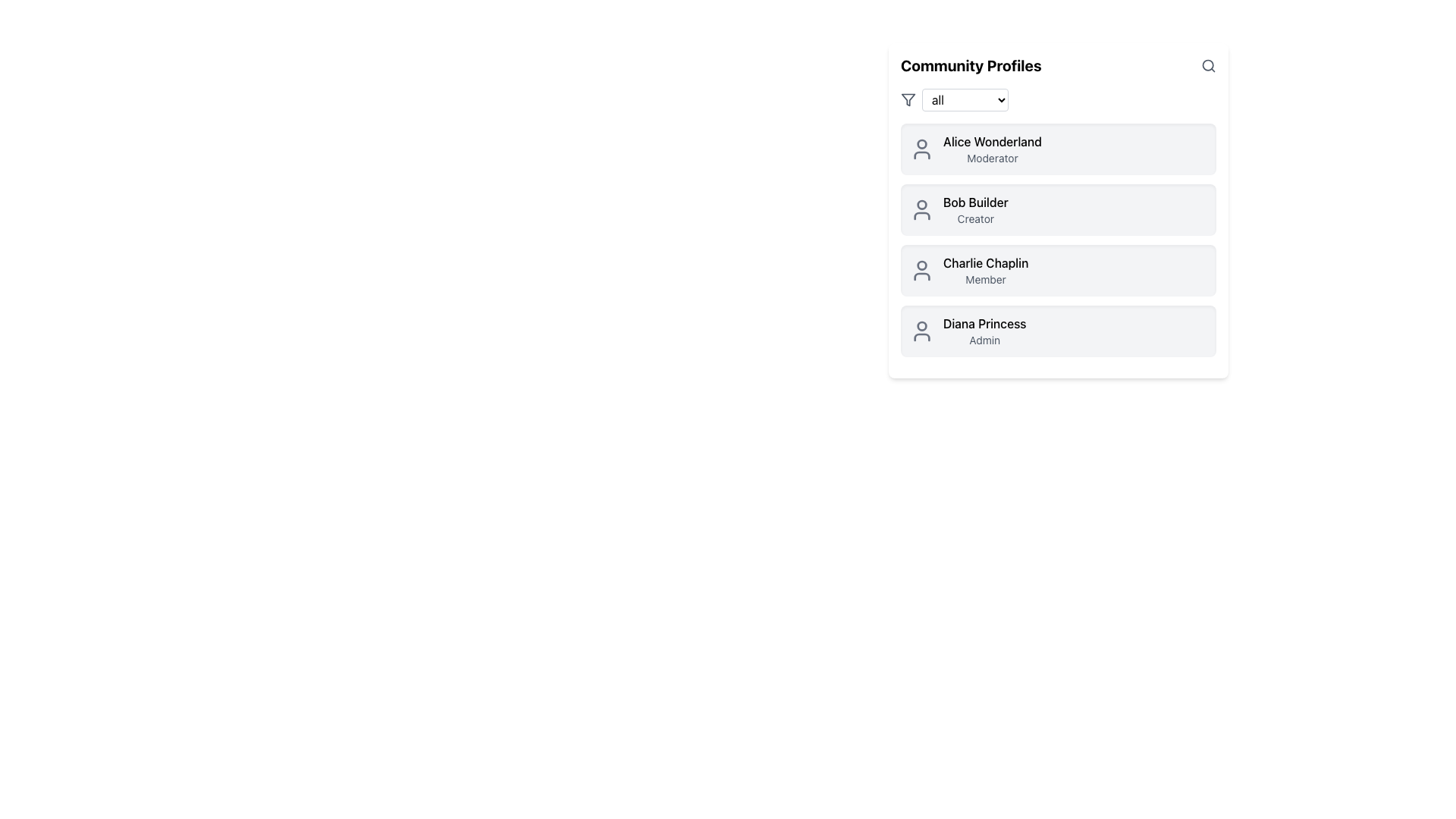  I want to click on the first user profile card in the Community Profiles list, which displays the name and role of a community member, so click(1058, 149).